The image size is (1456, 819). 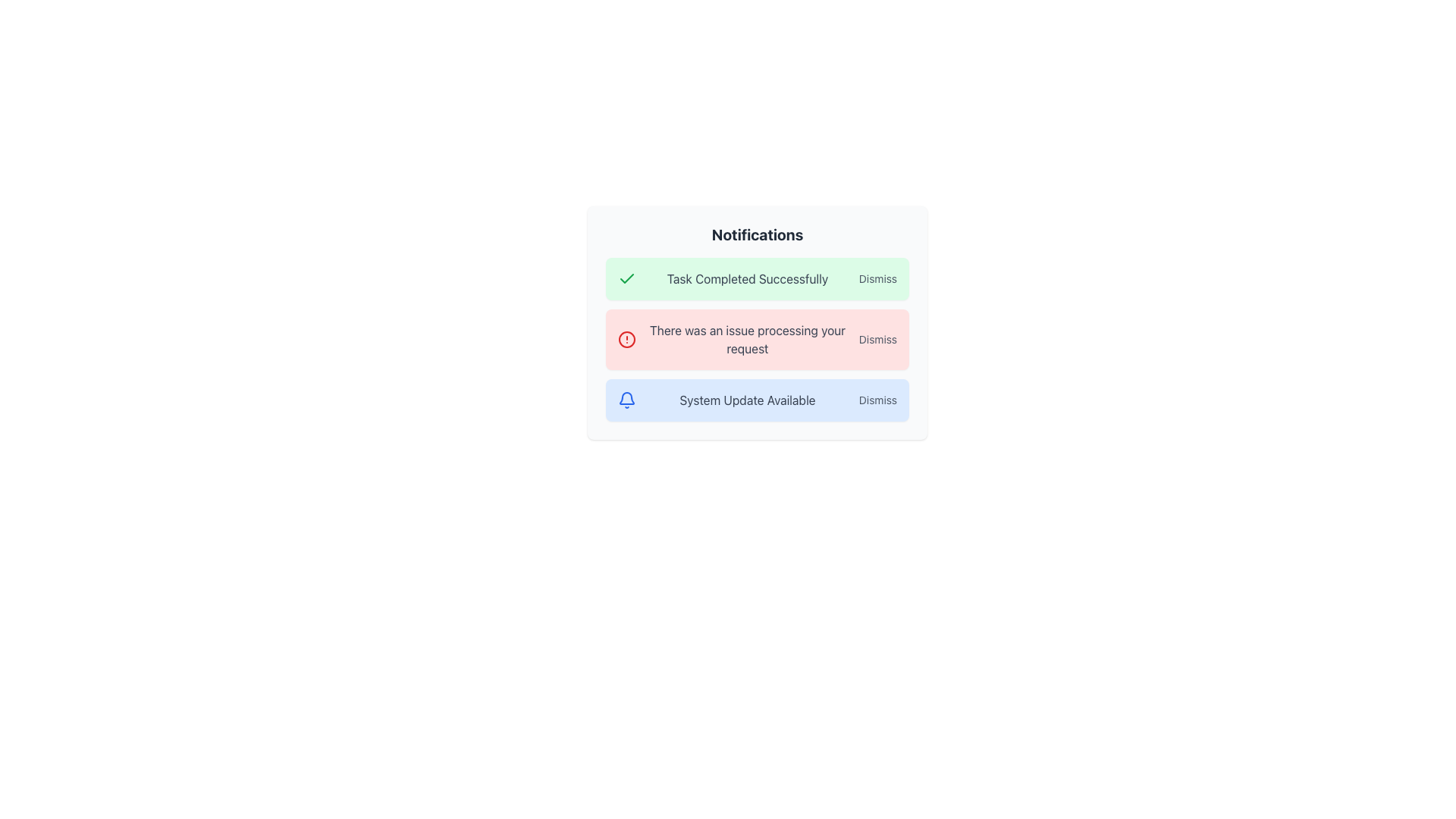 I want to click on the text label displaying 'System Update Available', which is styled in gray and centered within a blue background notification panel, so click(x=747, y=400).